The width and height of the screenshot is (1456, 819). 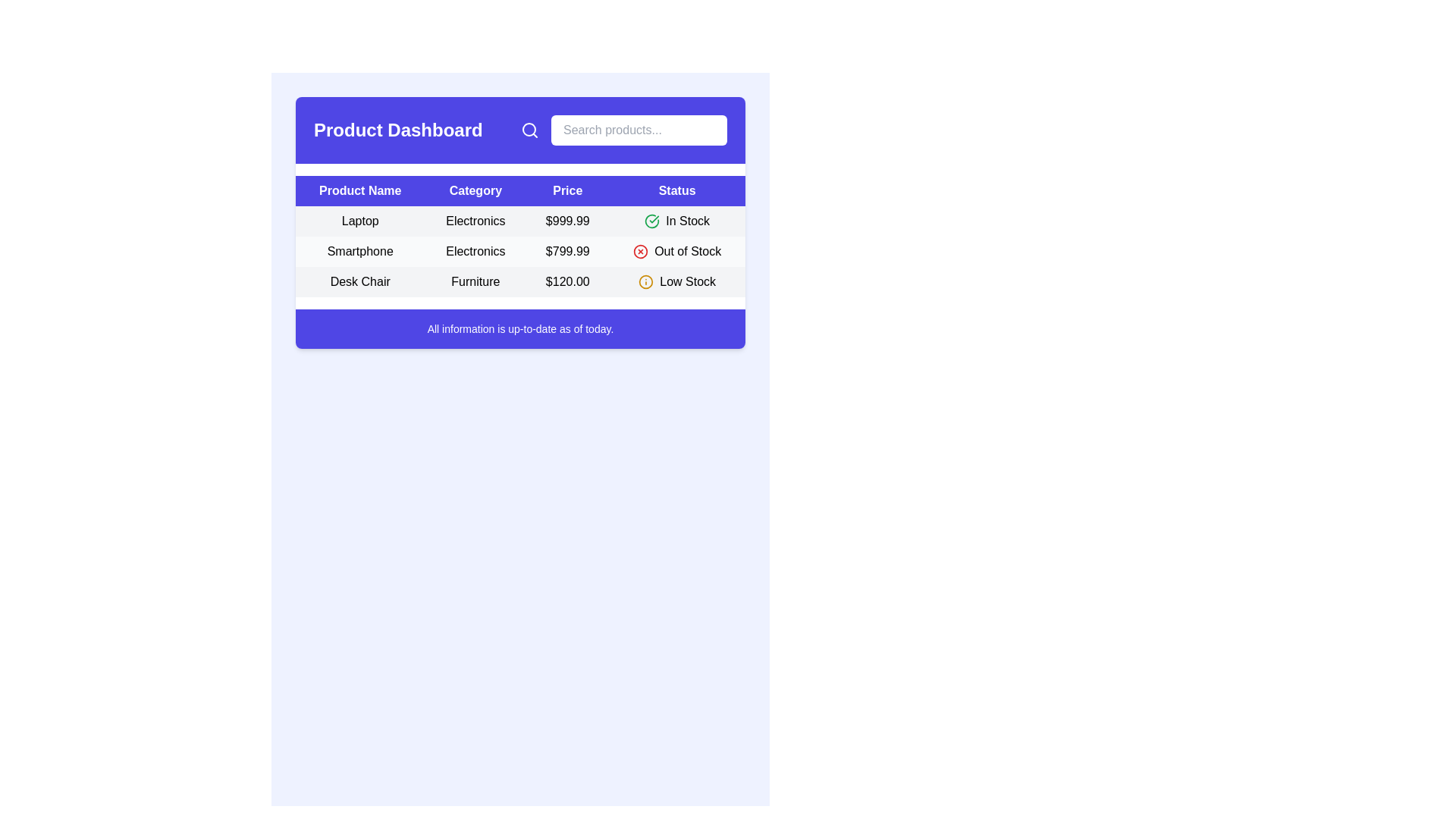 I want to click on the informational icon, which is a small yellow circle with an 'i' symbol, located to the left of the 'Low Stock' text label in the 'Status' column of the last row in the dashboard table, so click(x=646, y=281).